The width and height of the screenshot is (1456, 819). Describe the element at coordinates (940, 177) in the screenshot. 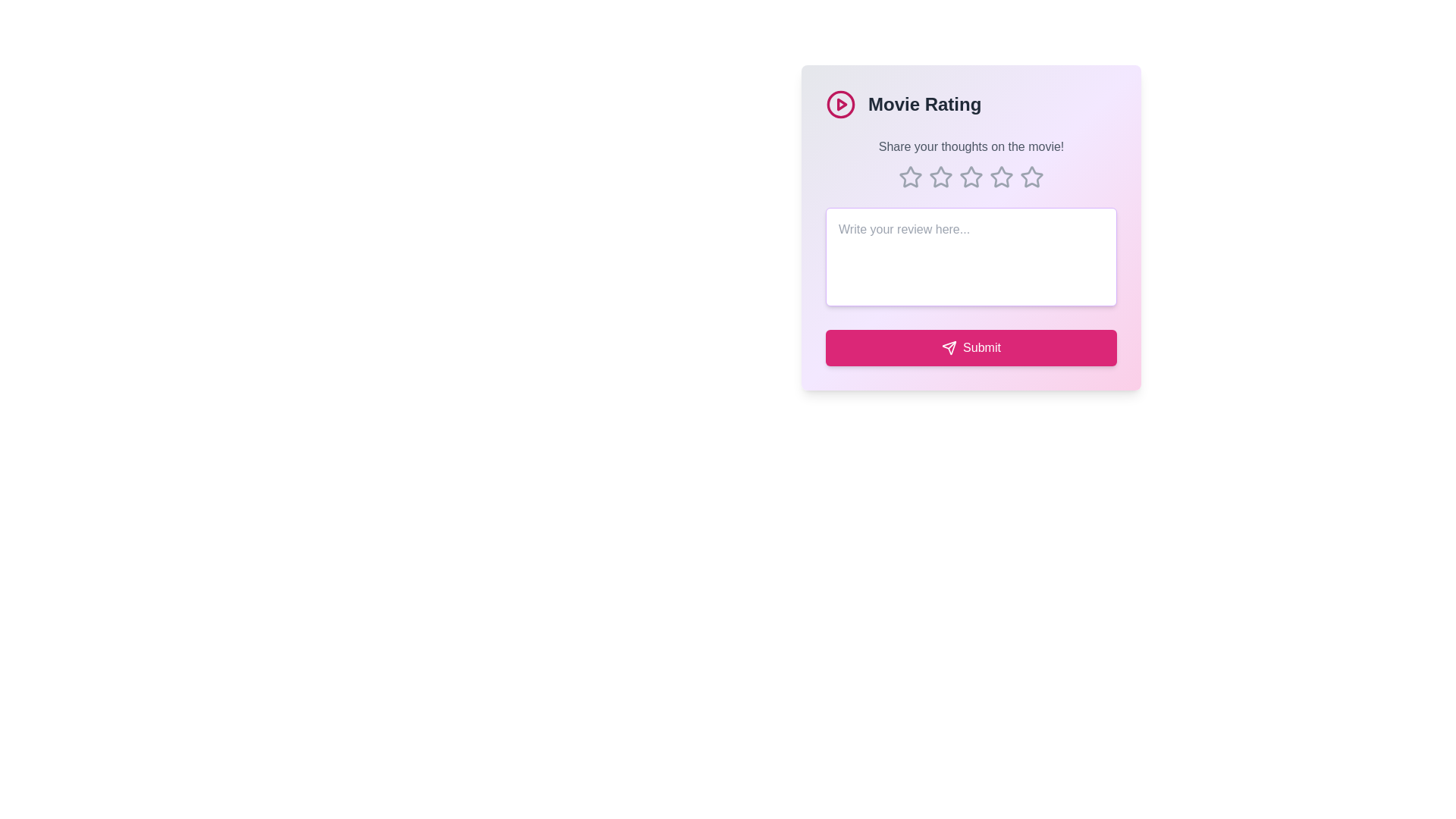

I see `the third star icon in the rating section` at that location.